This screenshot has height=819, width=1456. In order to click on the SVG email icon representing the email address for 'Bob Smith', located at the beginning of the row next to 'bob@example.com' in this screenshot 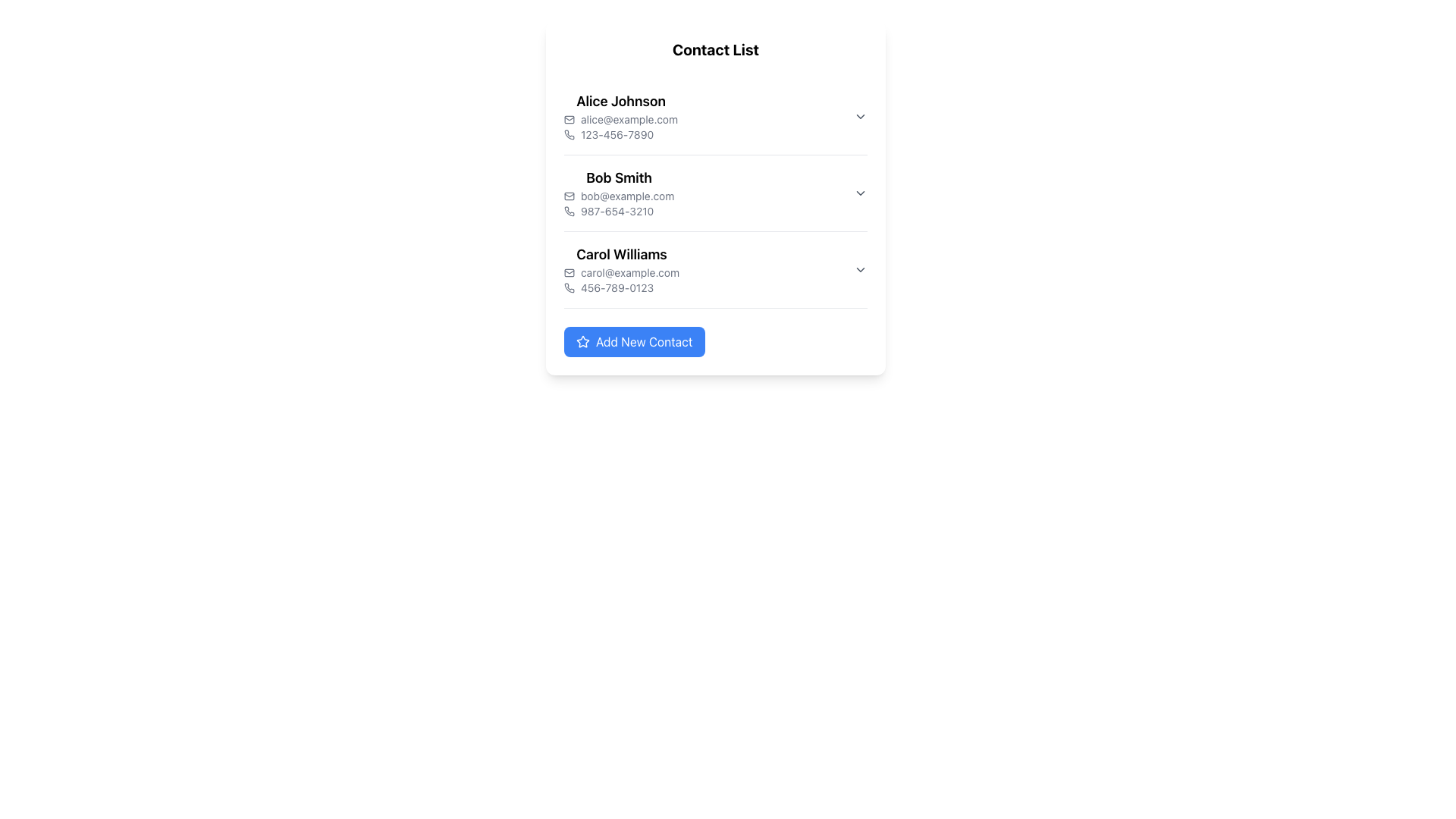, I will do `click(568, 195)`.